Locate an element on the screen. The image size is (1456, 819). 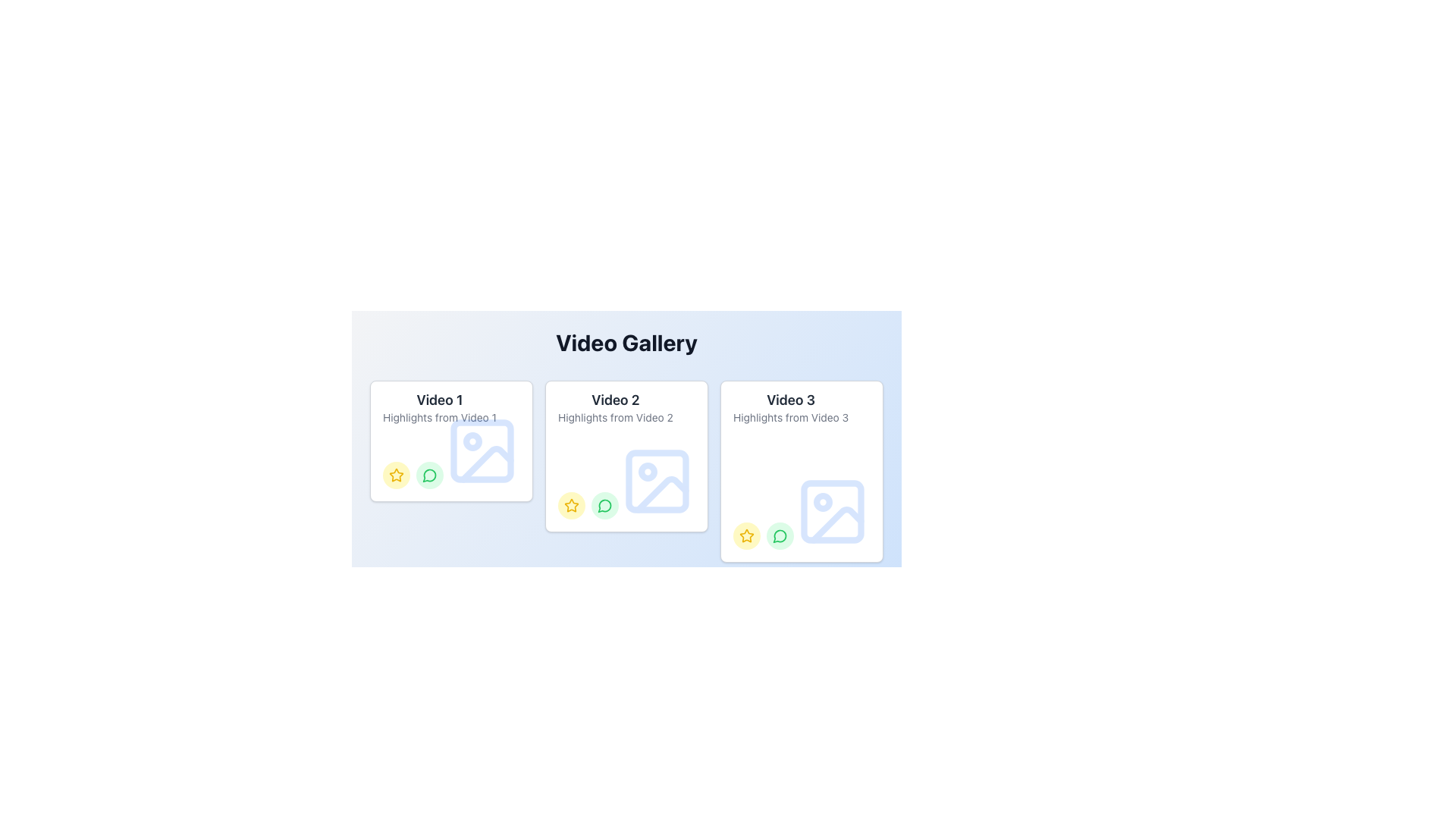
the circular green button with a speech bubble symbol located in the bottom-left section of the second card in a three-card layout is located at coordinates (604, 506).